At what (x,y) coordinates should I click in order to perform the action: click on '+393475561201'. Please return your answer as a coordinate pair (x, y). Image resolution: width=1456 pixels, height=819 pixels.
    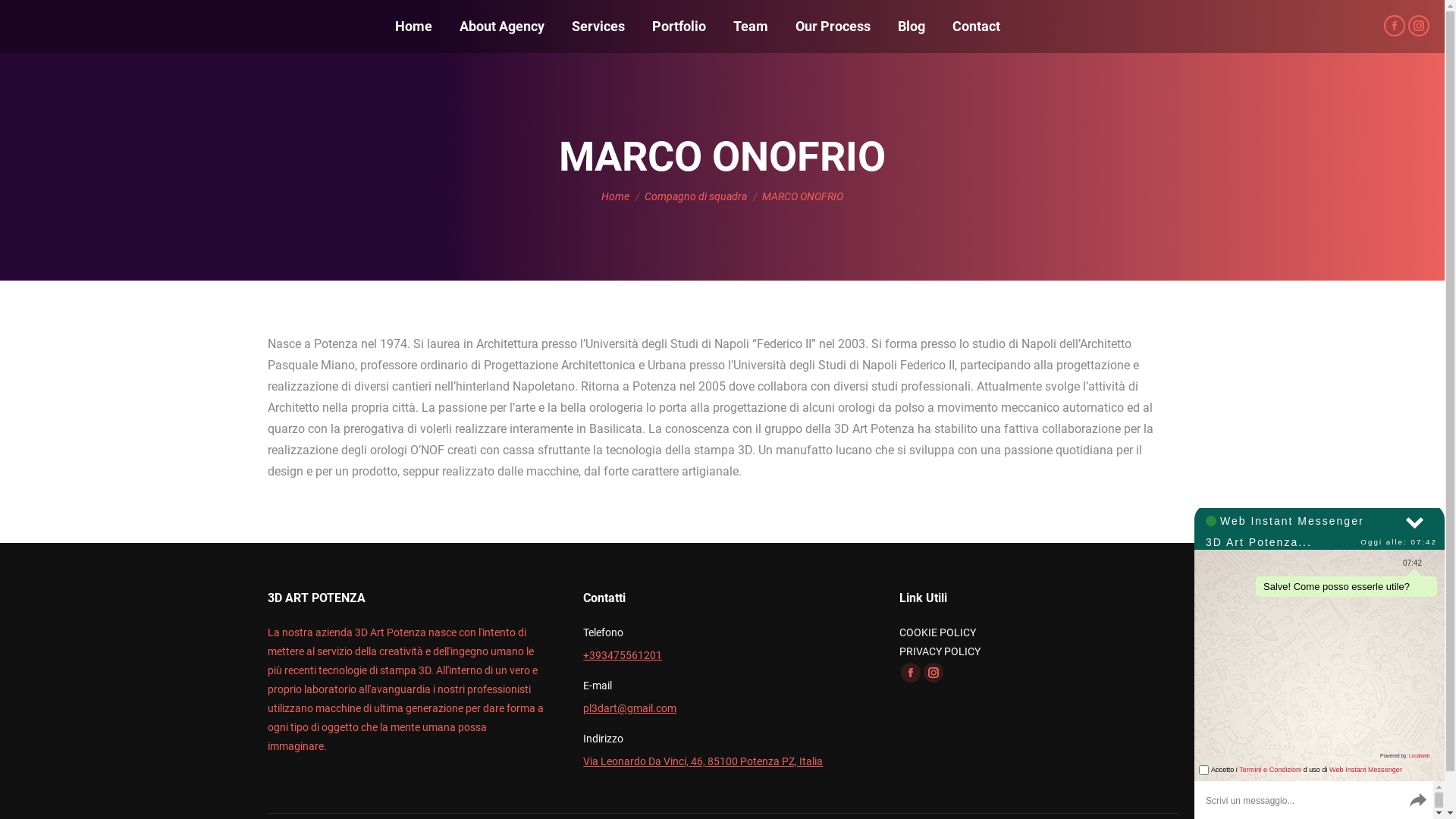
    Looking at the image, I should click on (582, 654).